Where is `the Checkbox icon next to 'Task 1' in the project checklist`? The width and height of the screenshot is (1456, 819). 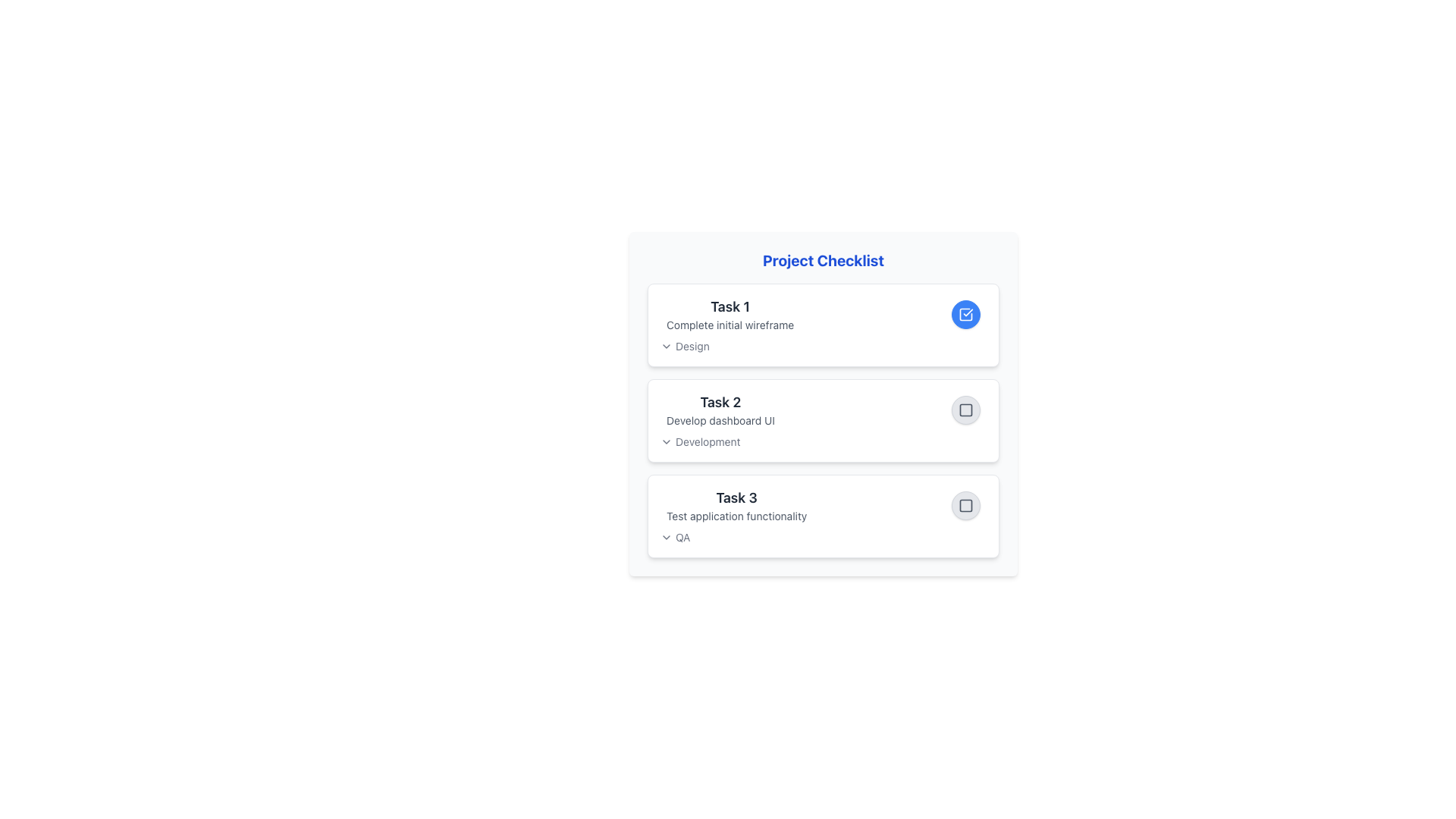 the Checkbox icon next to 'Task 1' in the project checklist is located at coordinates (965, 314).